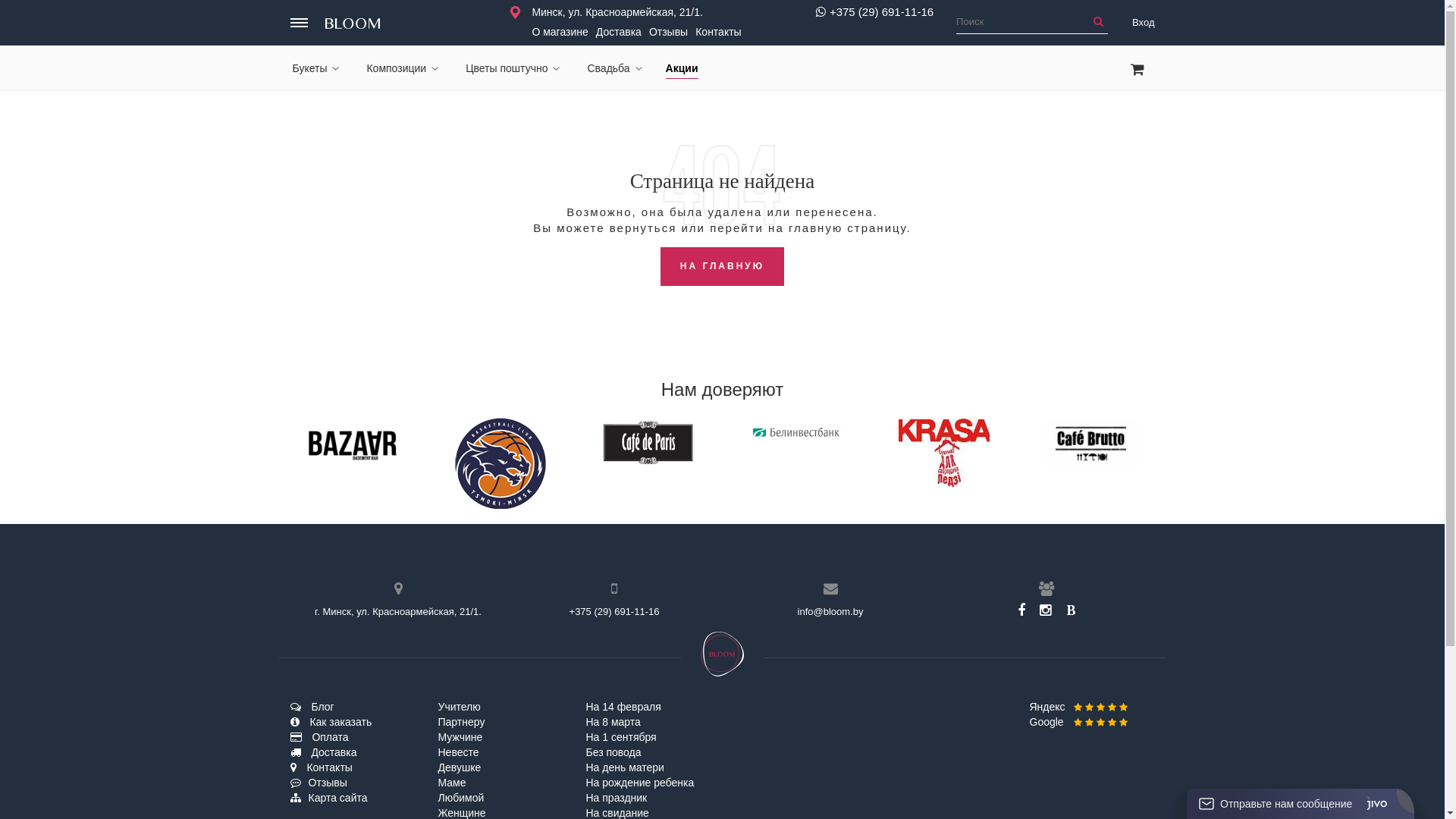 Image resolution: width=1456 pixels, height=819 pixels. What do you see at coordinates (830, 610) in the screenshot?
I see `'info@bloom.by'` at bounding box center [830, 610].